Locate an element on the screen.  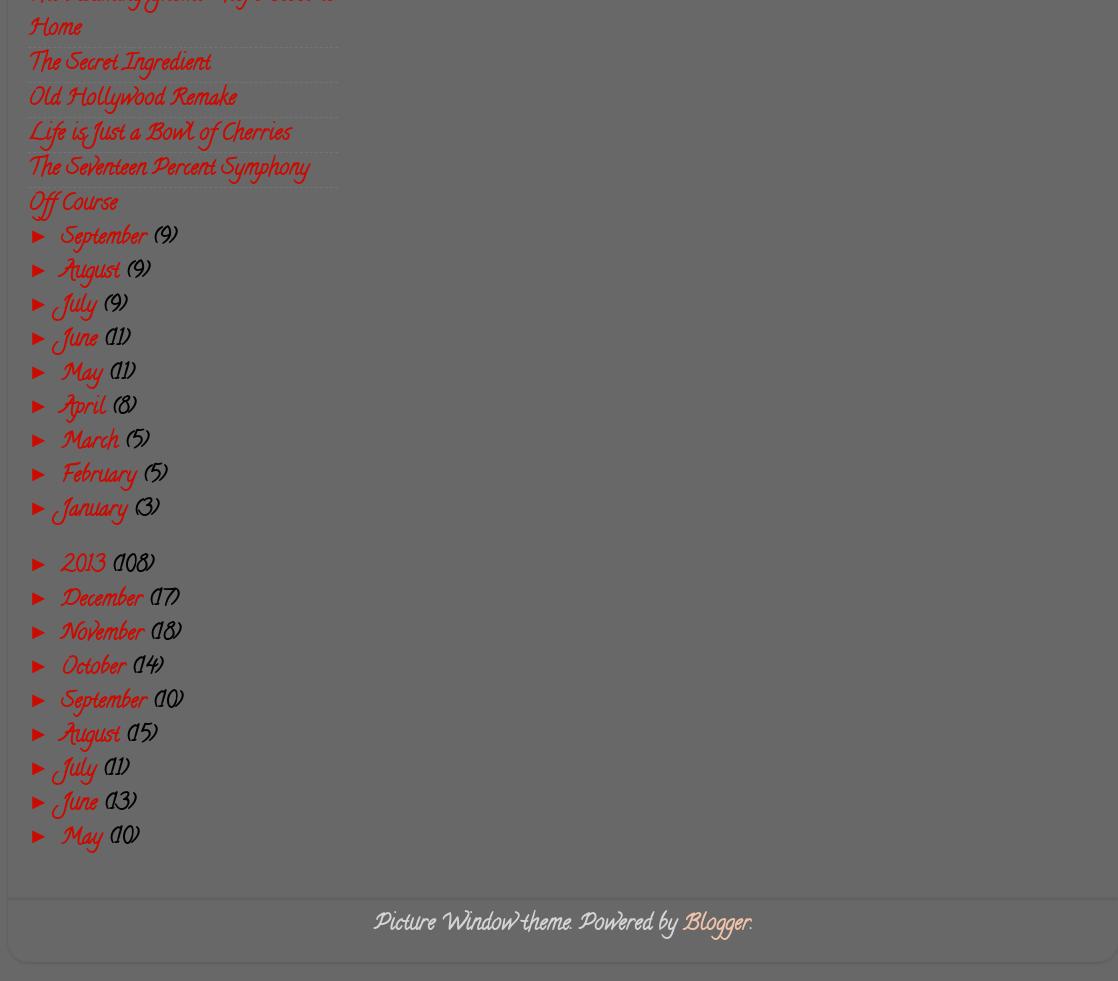
'Life is Just a Bowl of Cherries' is located at coordinates (158, 133).